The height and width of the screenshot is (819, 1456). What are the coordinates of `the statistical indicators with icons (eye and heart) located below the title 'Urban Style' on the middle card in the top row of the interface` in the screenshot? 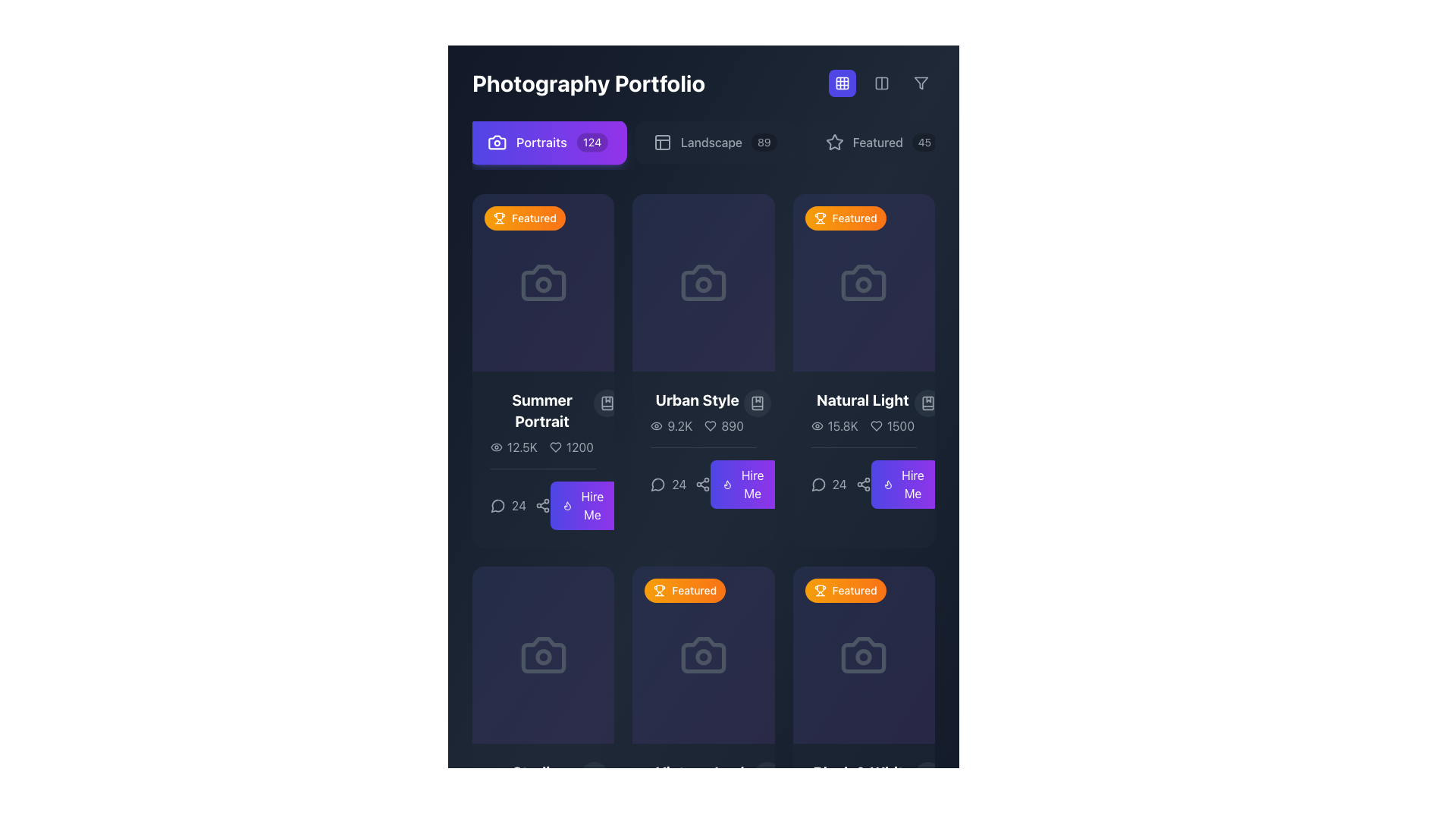 It's located at (696, 426).